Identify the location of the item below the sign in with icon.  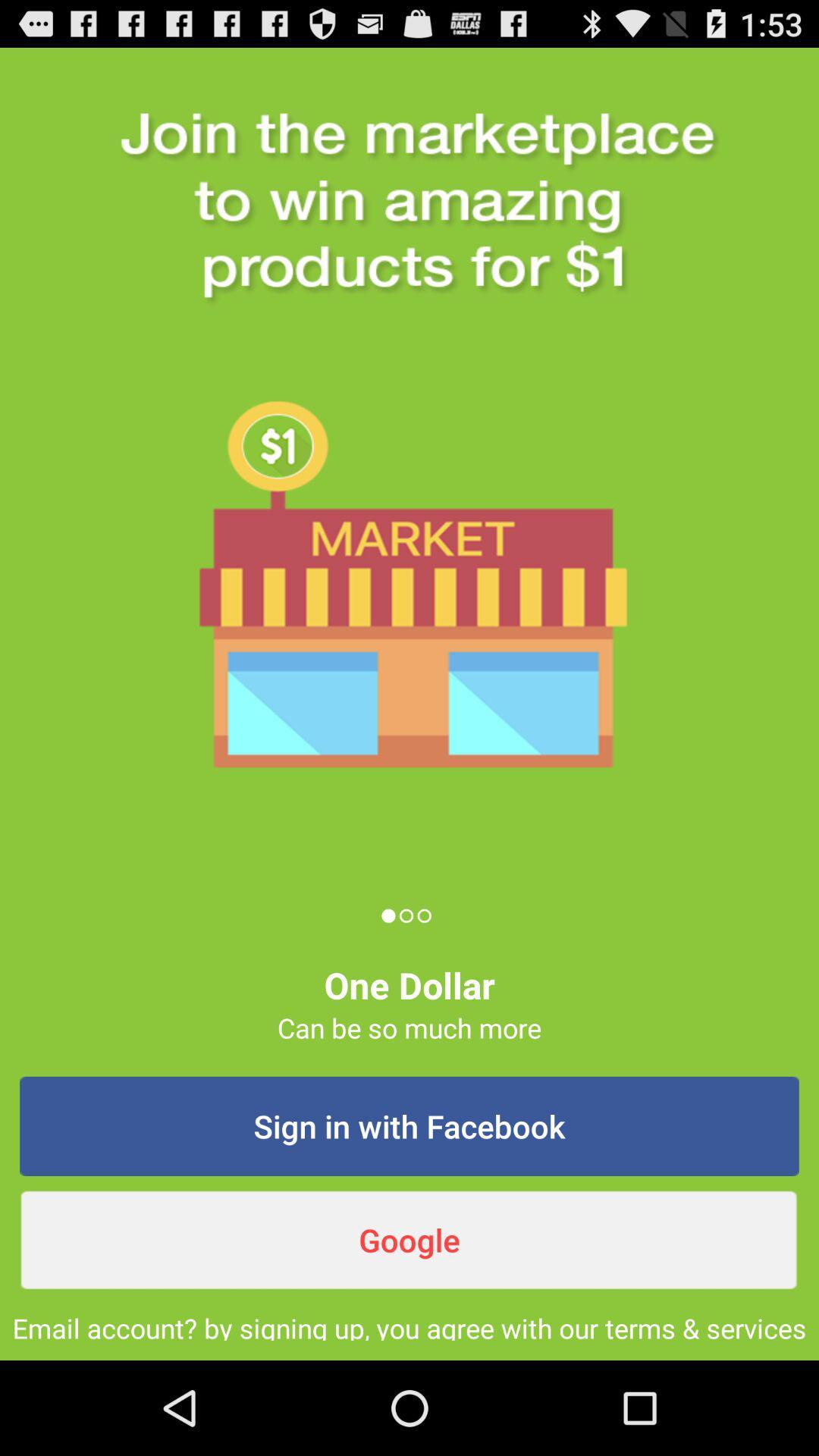
(409, 1240).